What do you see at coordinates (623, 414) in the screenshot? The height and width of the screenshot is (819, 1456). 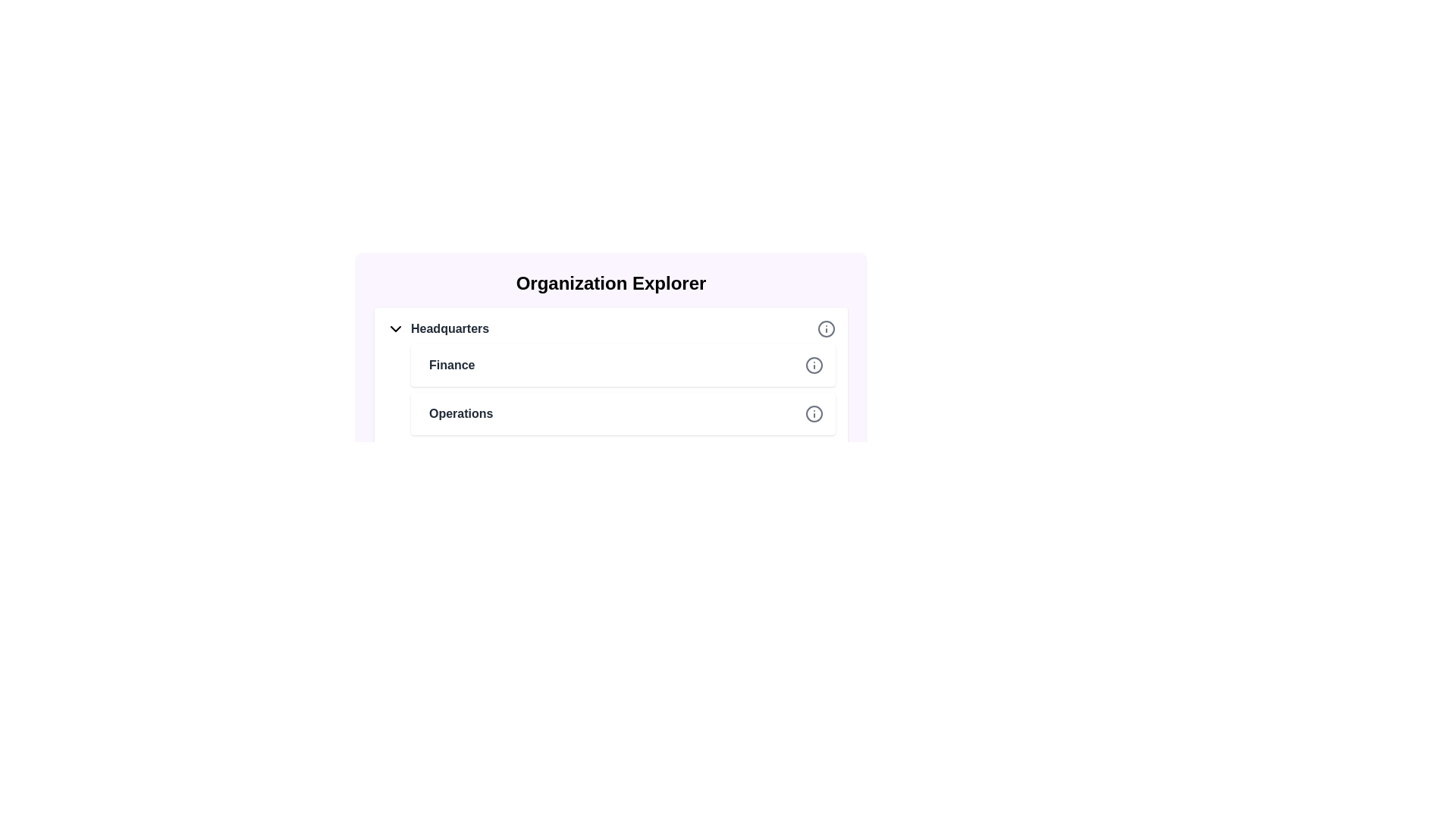 I see `the list item labeled 'Operations' which is located in the second row of the collapsible section titled 'Headquarters'` at bounding box center [623, 414].